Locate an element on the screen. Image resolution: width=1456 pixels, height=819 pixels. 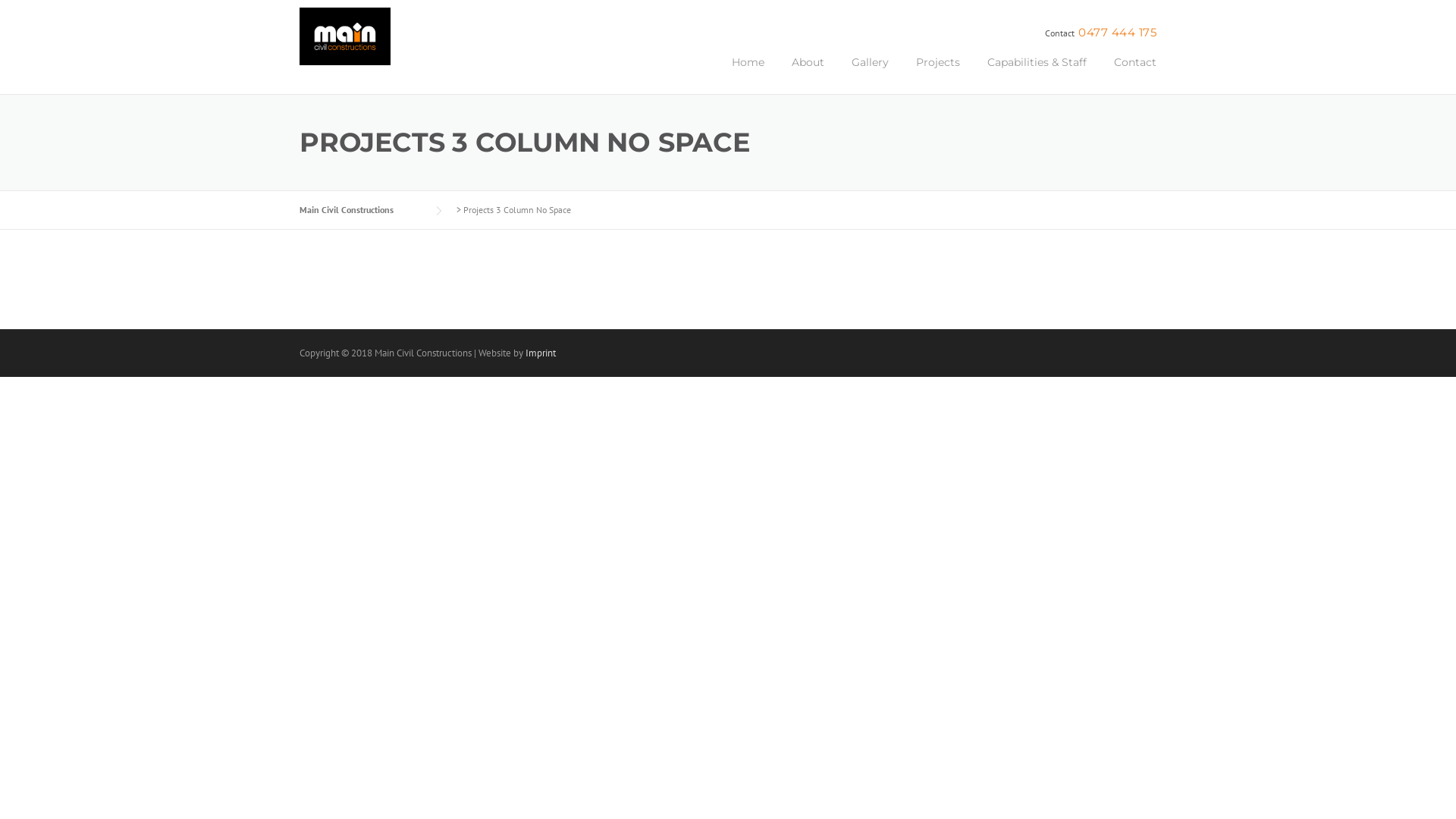
'Capabilities & Staff' is located at coordinates (1036, 73).